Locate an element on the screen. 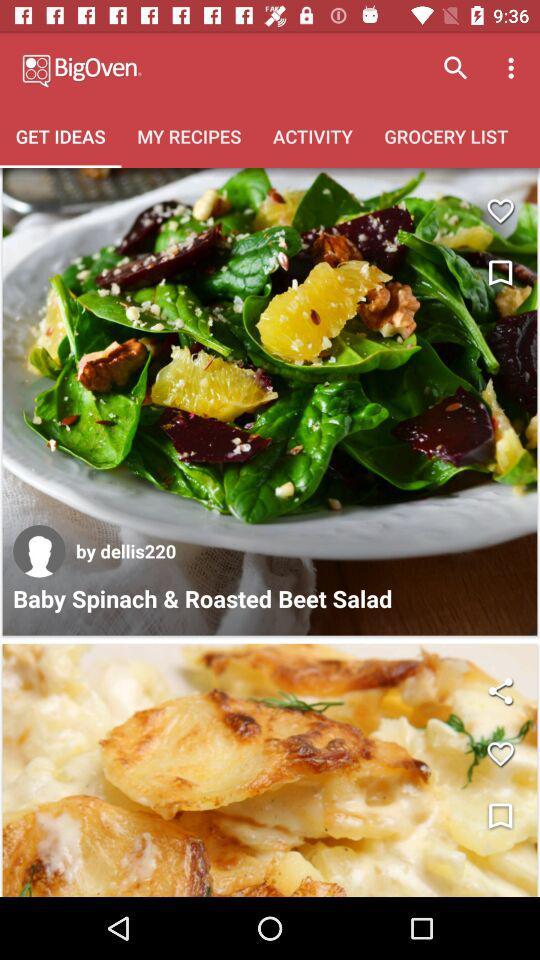 The image size is (540, 960). the icon above baby spinach roasted item is located at coordinates (126, 551).